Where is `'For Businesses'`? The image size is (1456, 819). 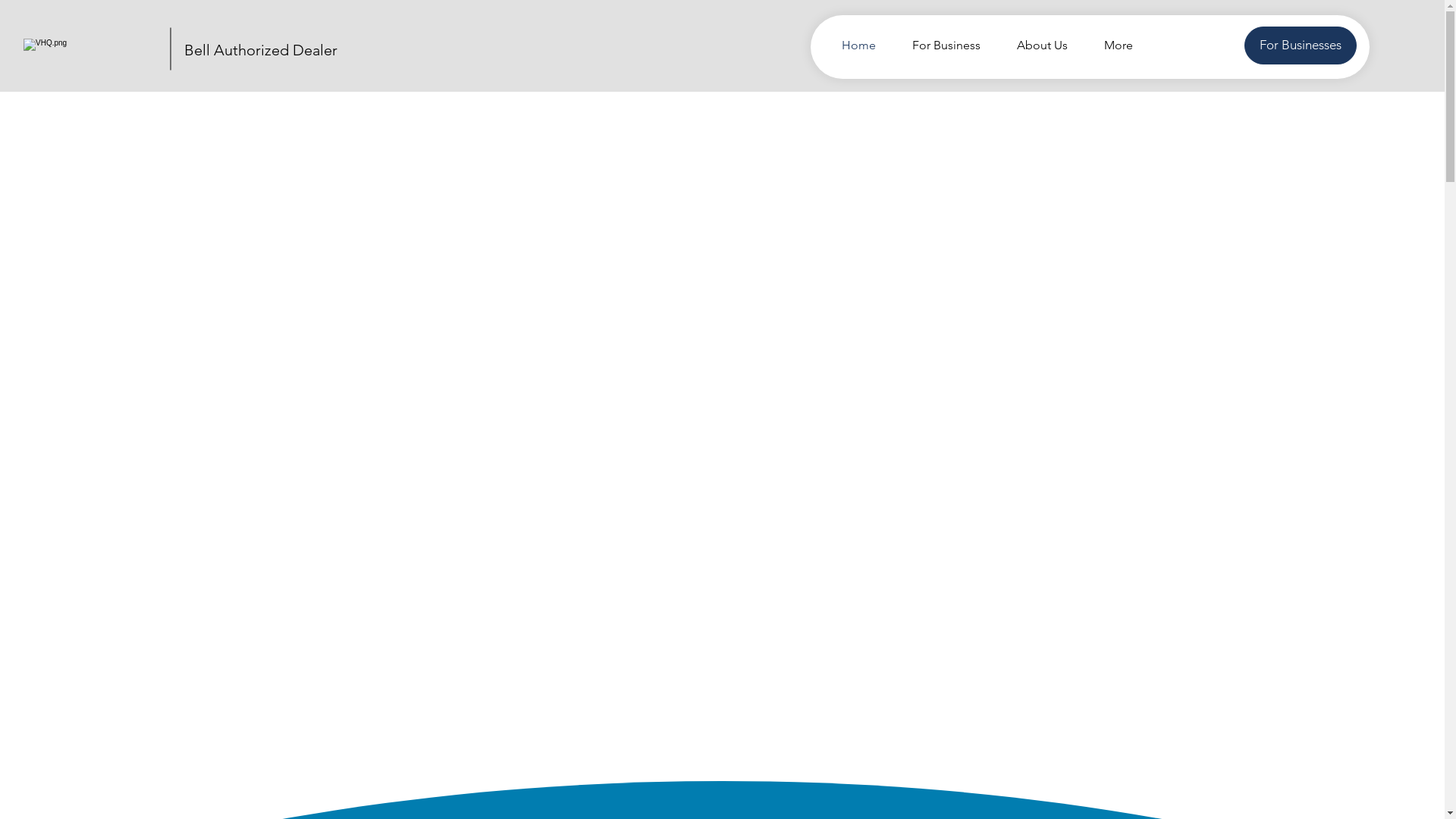
'For Businesses' is located at coordinates (1244, 45).